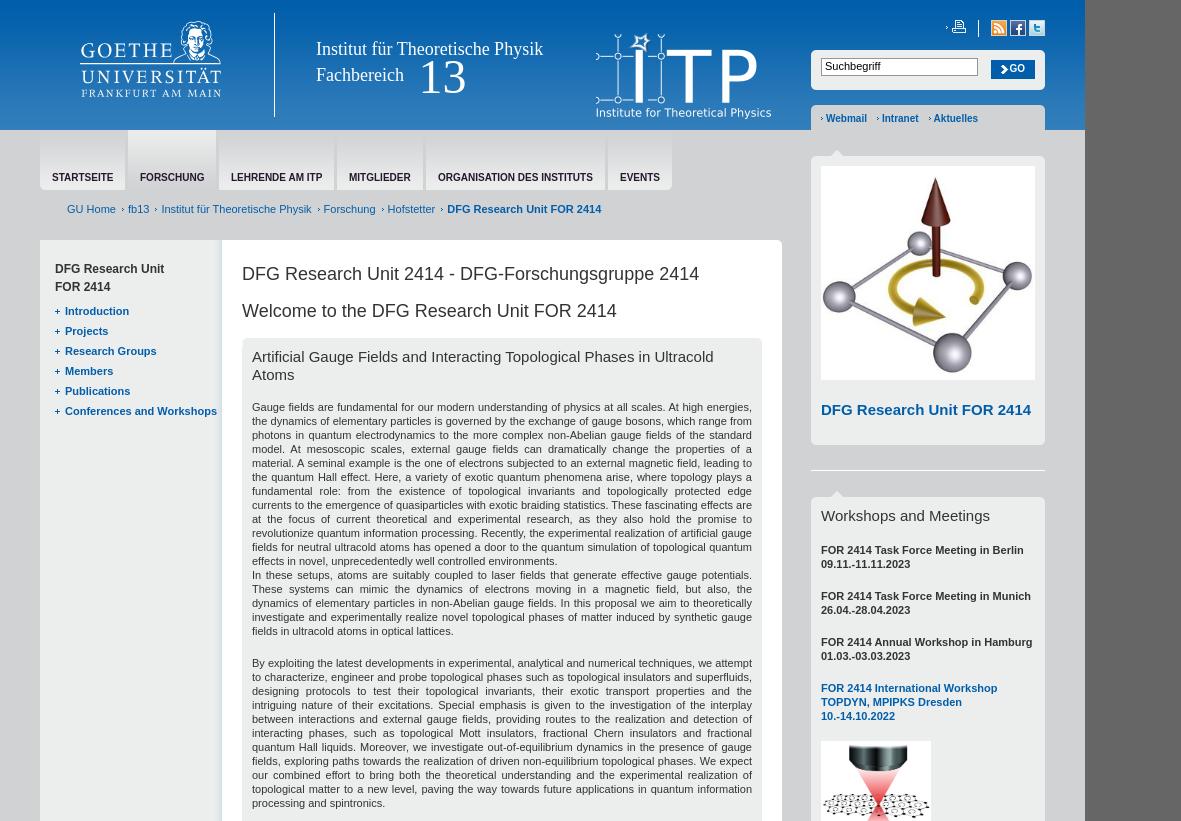  What do you see at coordinates (138, 208) in the screenshot?
I see `'fb13'` at bounding box center [138, 208].